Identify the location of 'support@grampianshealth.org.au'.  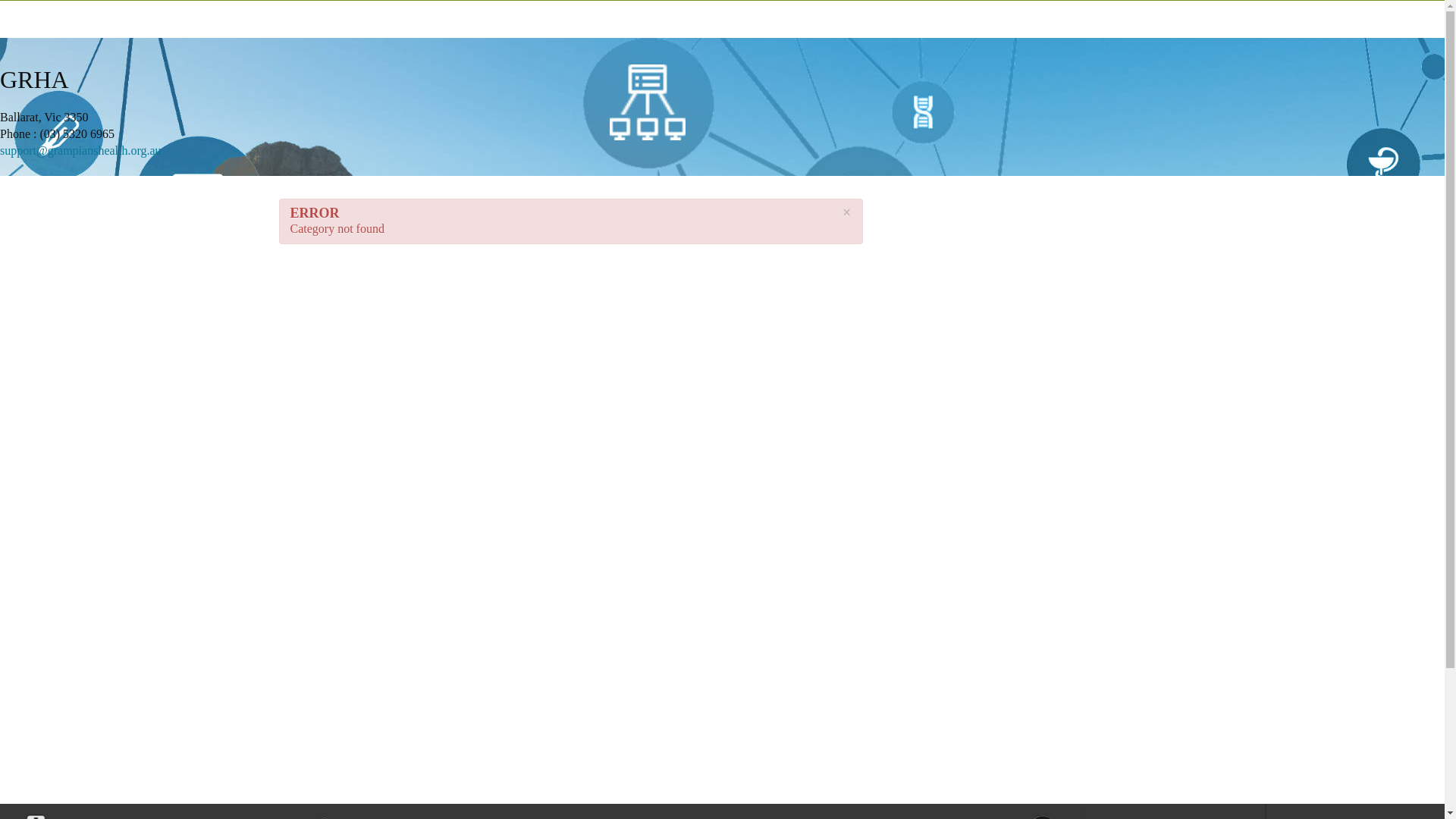
(80, 150).